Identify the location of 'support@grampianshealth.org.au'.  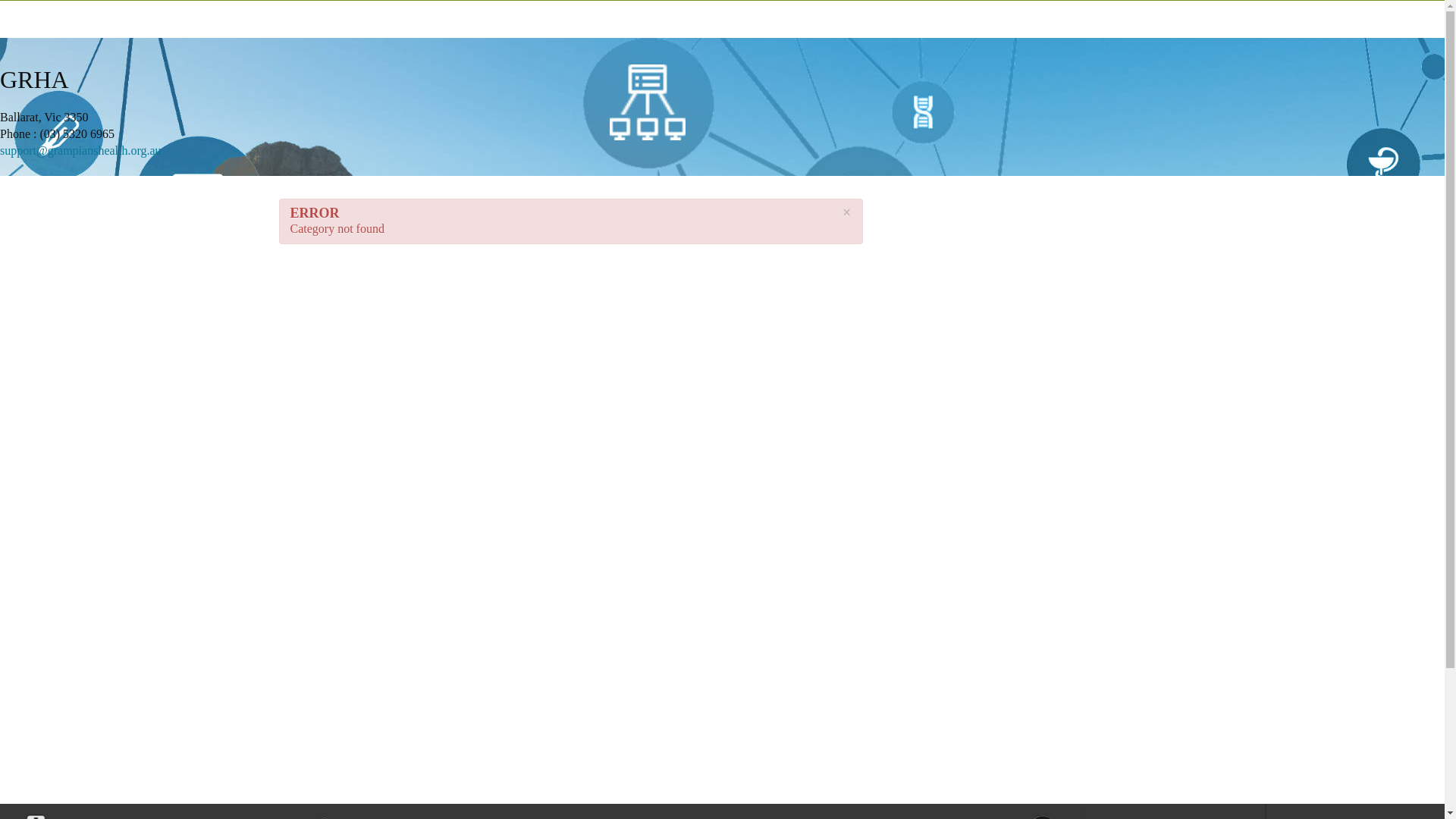
(80, 150).